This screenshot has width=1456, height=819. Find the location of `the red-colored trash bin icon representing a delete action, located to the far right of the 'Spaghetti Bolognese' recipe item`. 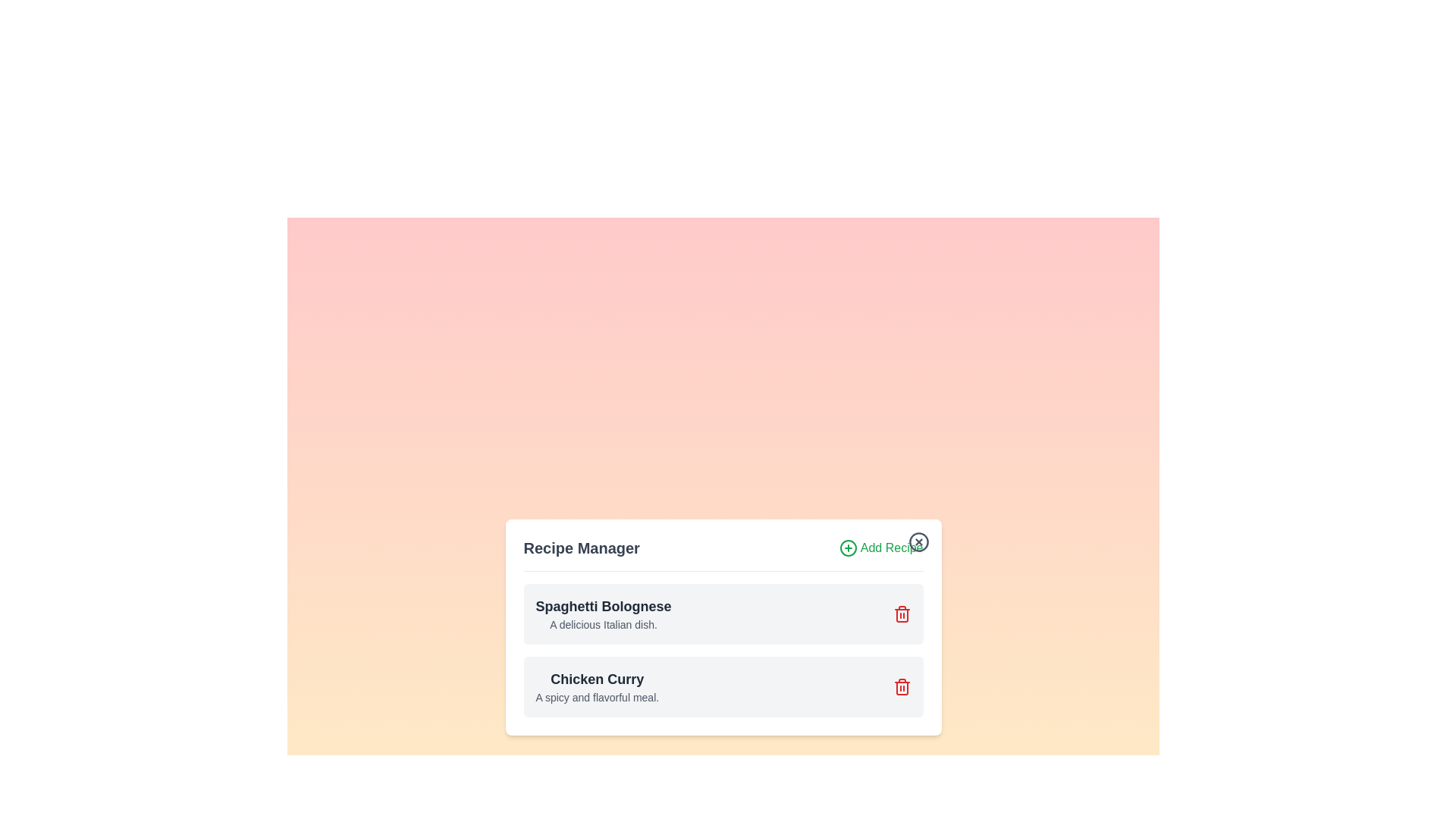

the red-colored trash bin icon representing a delete action, located to the far right of the 'Spaghetti Bolognese' recipe item is located at coordinates (902, 613).